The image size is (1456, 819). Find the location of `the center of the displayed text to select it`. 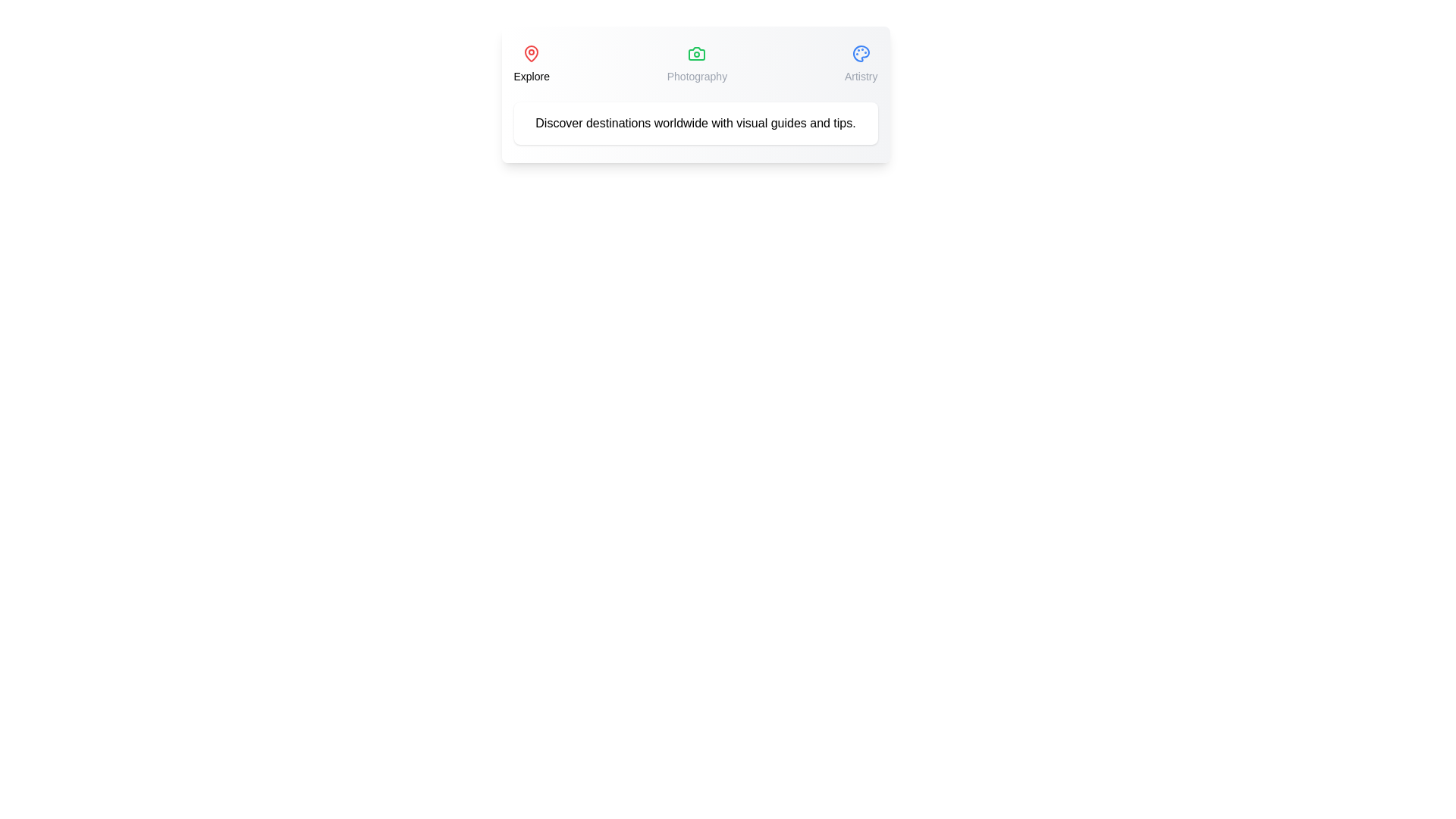

the center of the displayed text to select it is located at coordinates (695, 122).